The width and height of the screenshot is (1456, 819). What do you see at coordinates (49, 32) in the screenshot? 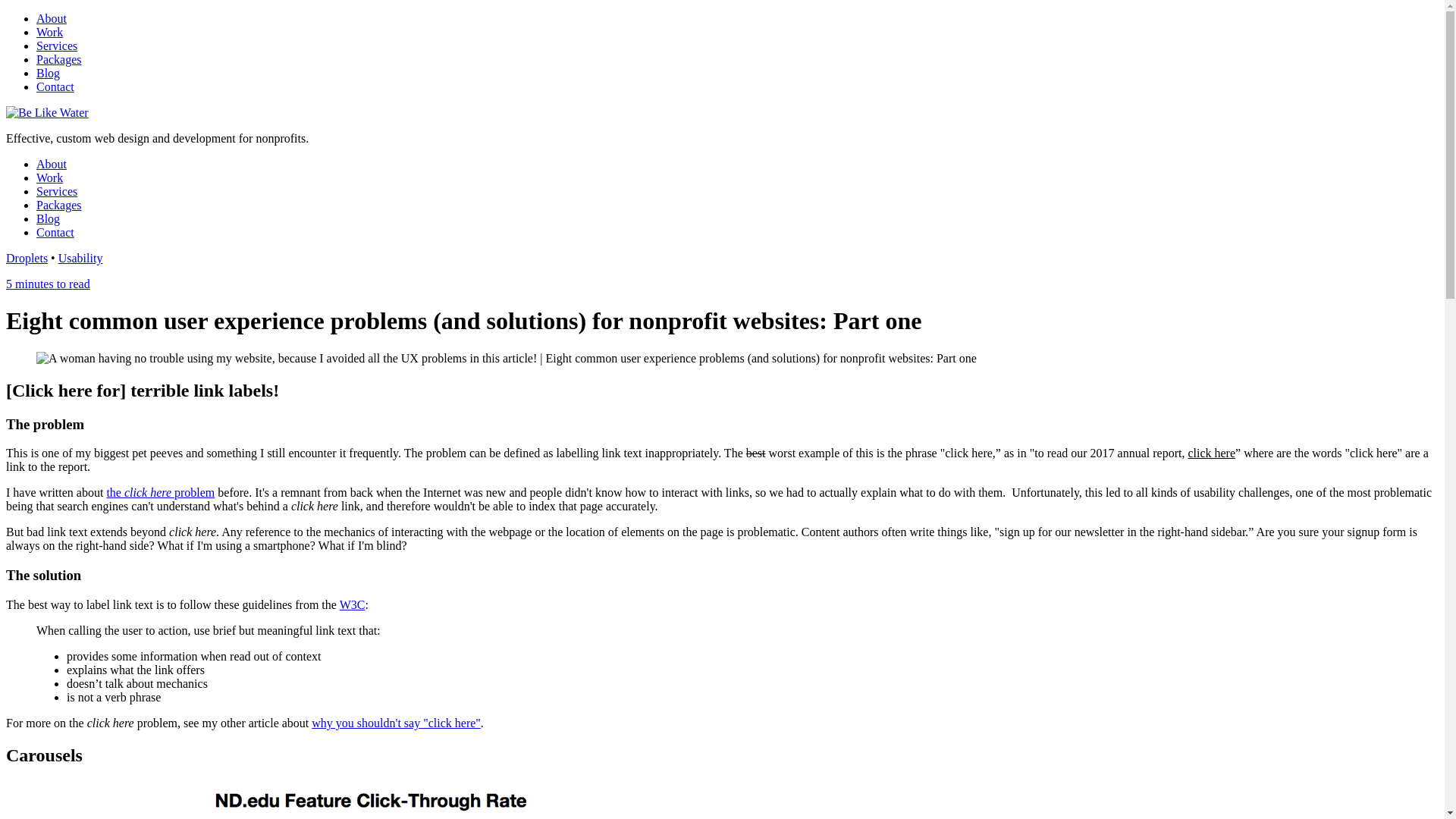
I see `'Work'` at bounding box center [49, 32].